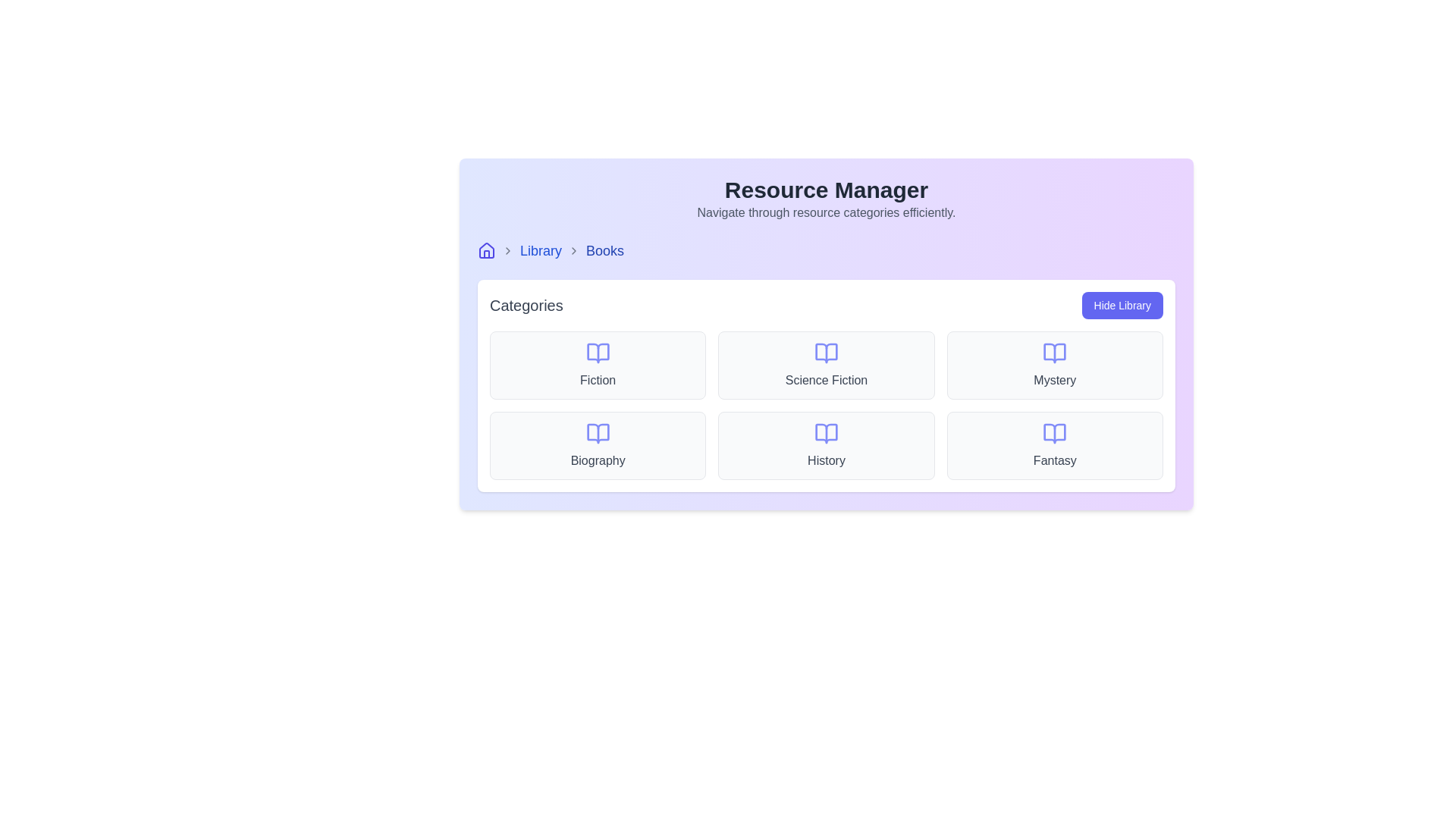 The image size is (1456, 819). I want to click on the 'Science Fiction' text label, which serves as a category label in the categories grid, so click(825, 379).